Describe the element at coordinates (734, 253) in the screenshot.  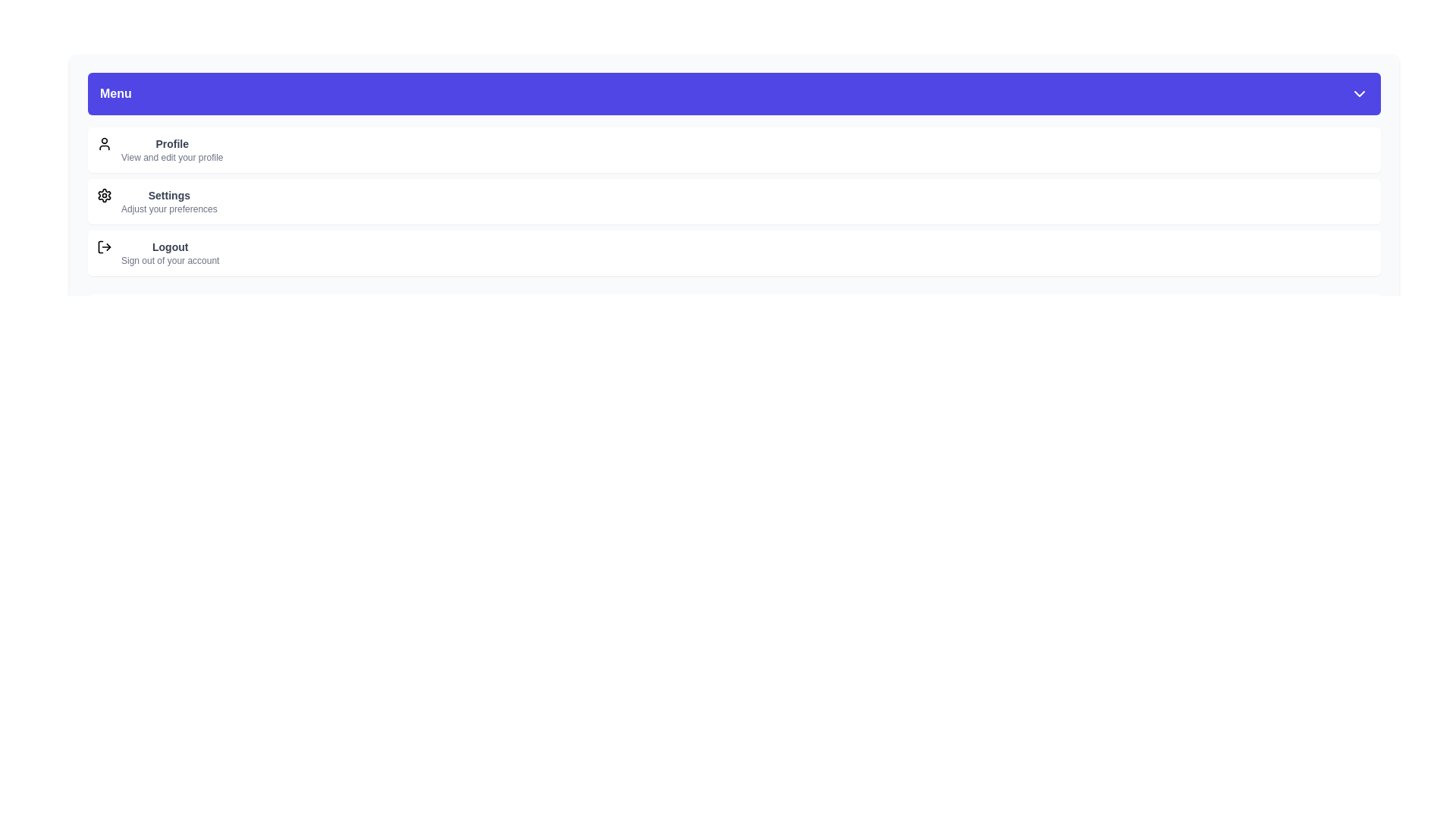
I see `the menu item labeled Logout to highlight it` at that location.